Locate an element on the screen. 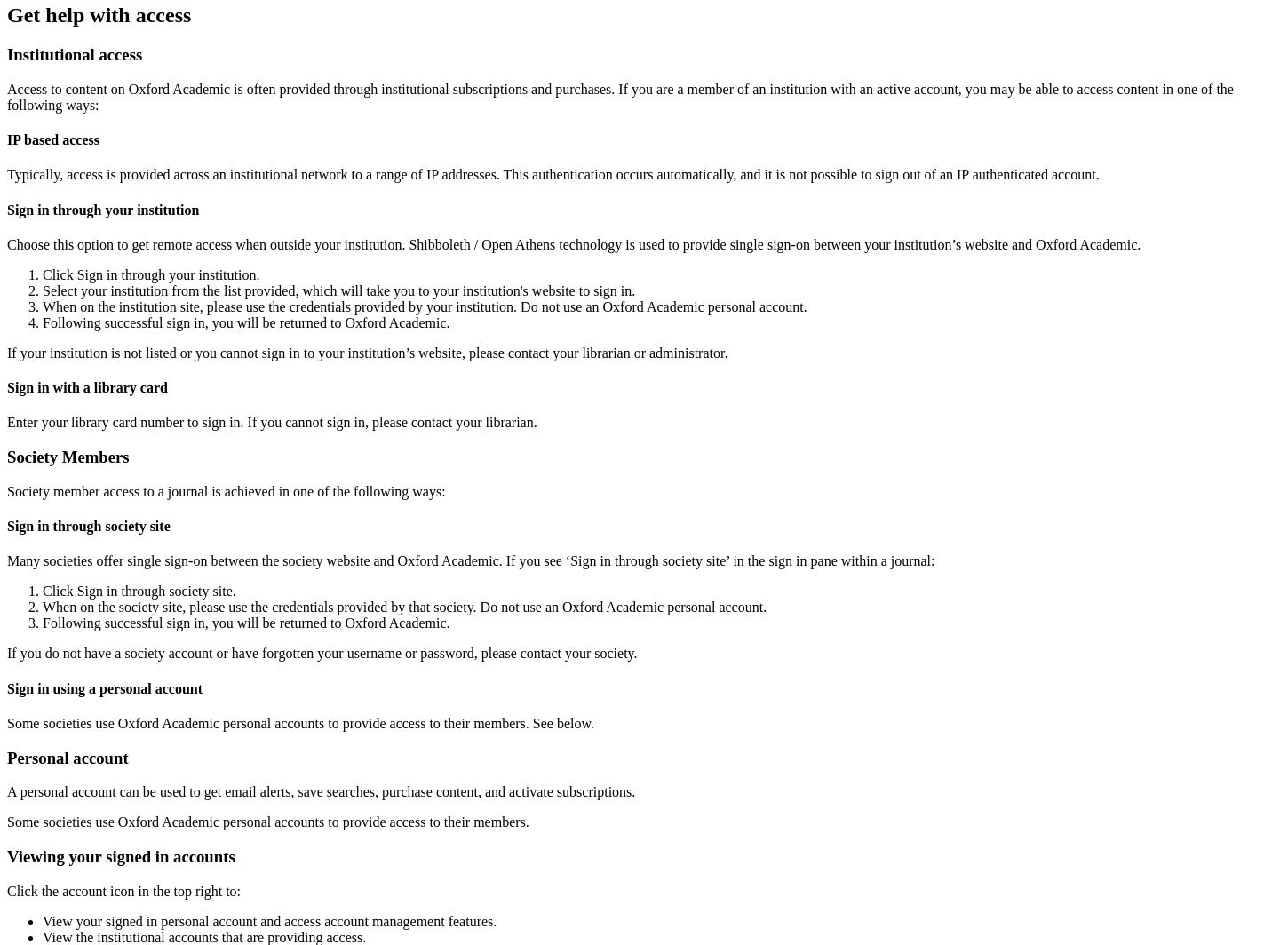  'If your institution is not listed or you cannot sign in to your institution’s website, please contact your librarian or administrator.' is located at coordinates (366, 352).